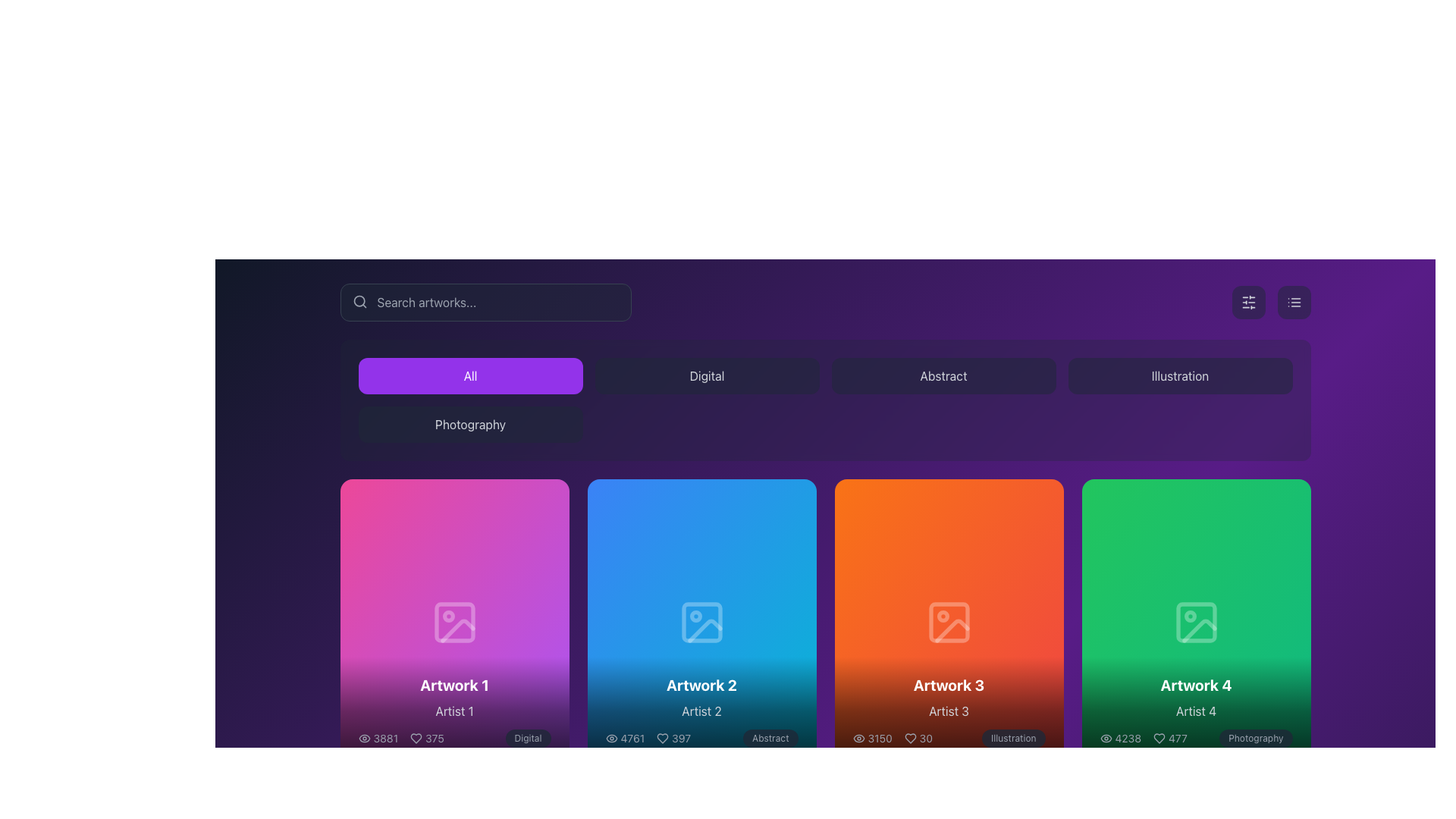  What do you see at coordinates (695, 616) in the screenshot?
I see `the decorative circle element in the 'Artwork 2, Artist 2' card, which is part of the image icon and positioned centrally within the icon` at bounding box center [695, 616].